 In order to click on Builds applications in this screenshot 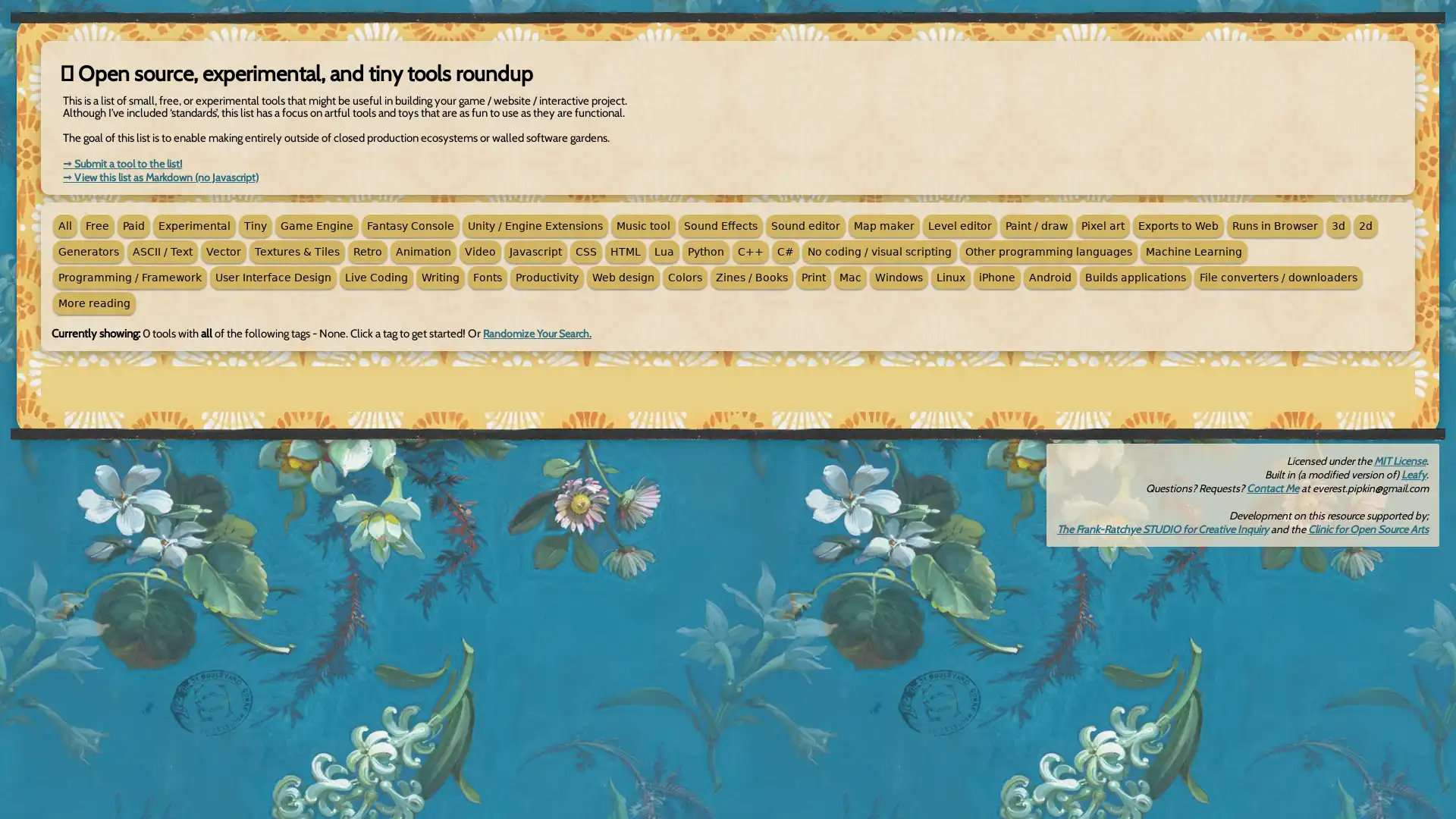, I will do `click(1135, 278)`.